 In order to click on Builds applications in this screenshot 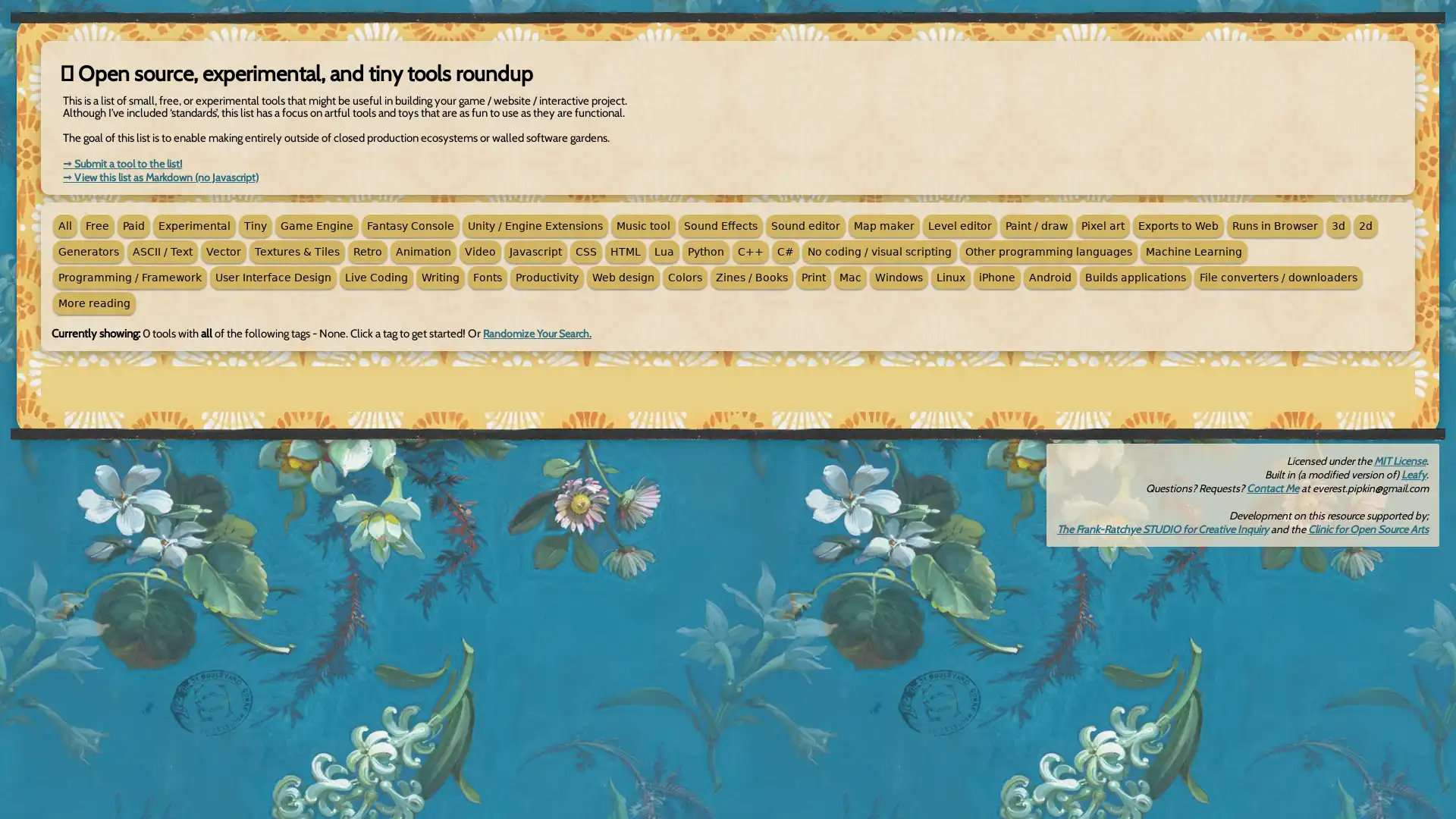, I will do `click(1135, 278)`.